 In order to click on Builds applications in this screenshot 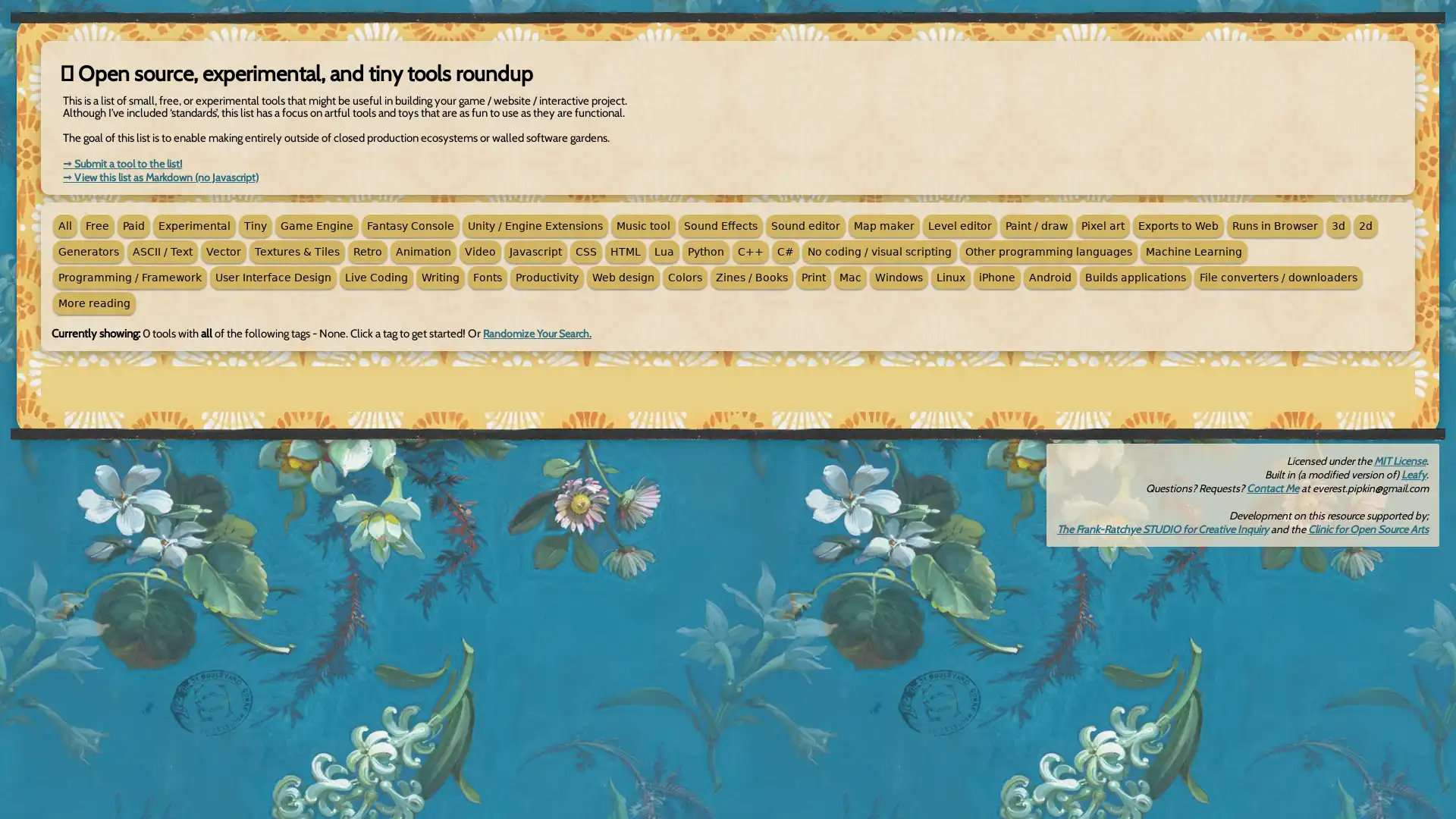, I will do `click(1135, 278)`.